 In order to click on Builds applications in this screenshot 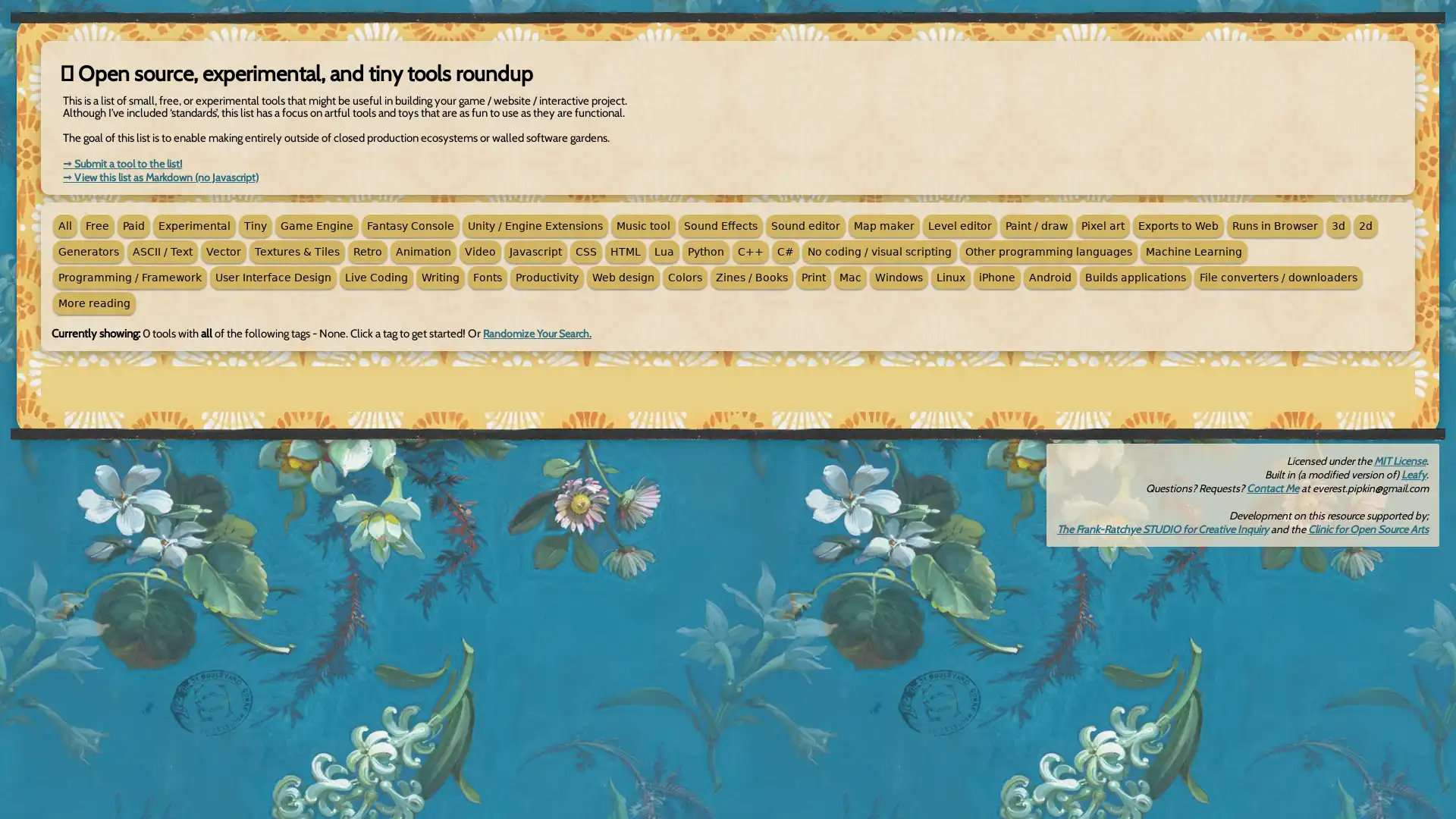, I will do `click(1135, 278)`.